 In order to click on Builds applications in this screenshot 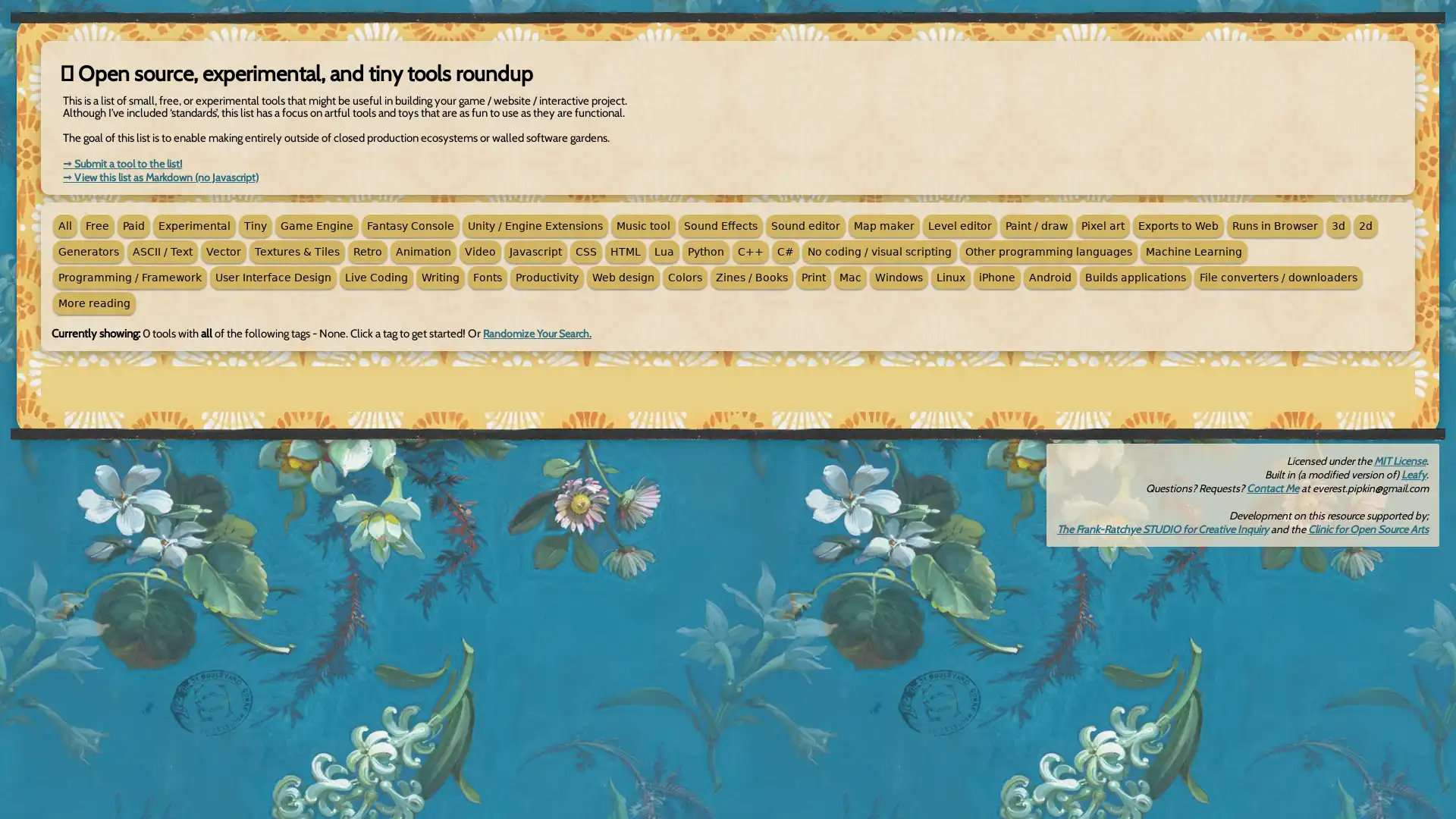, I will do `click(1135, 278)`.